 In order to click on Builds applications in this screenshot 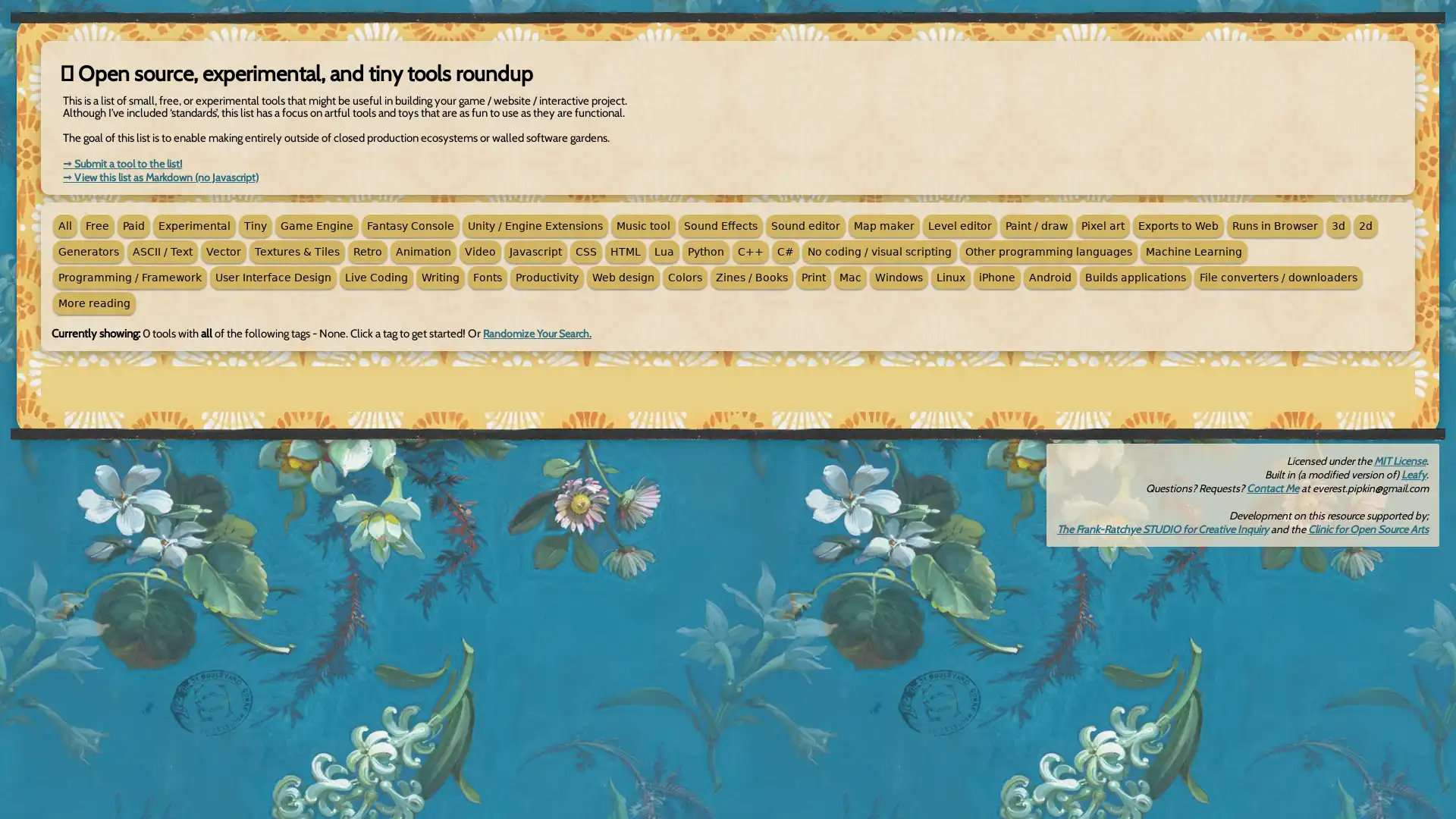, I will do `click(1135, 278)`.